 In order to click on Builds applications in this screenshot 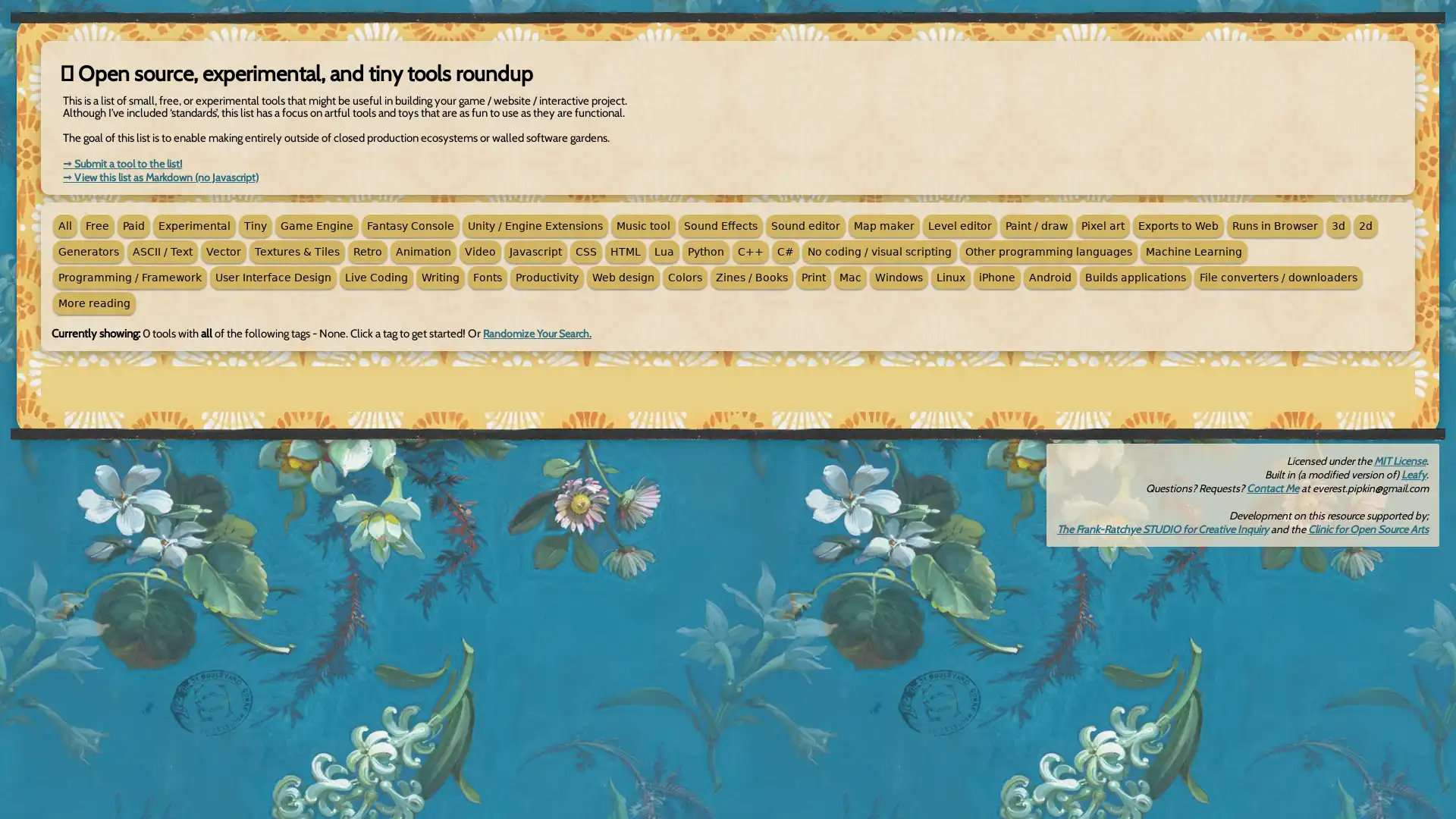, I will do `click(1135, 278)`.